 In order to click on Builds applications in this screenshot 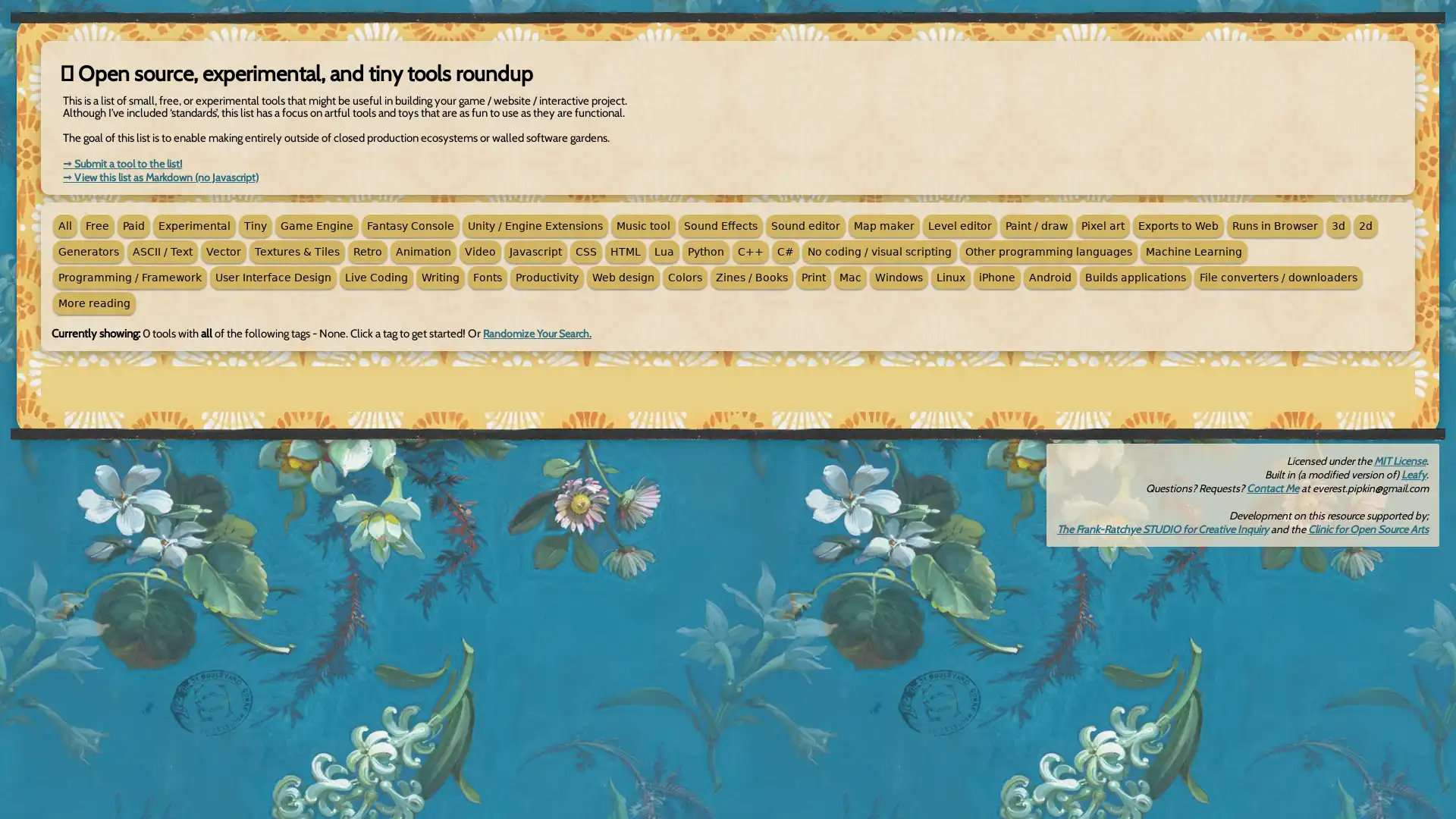, I will do `click(1135, 278)`.